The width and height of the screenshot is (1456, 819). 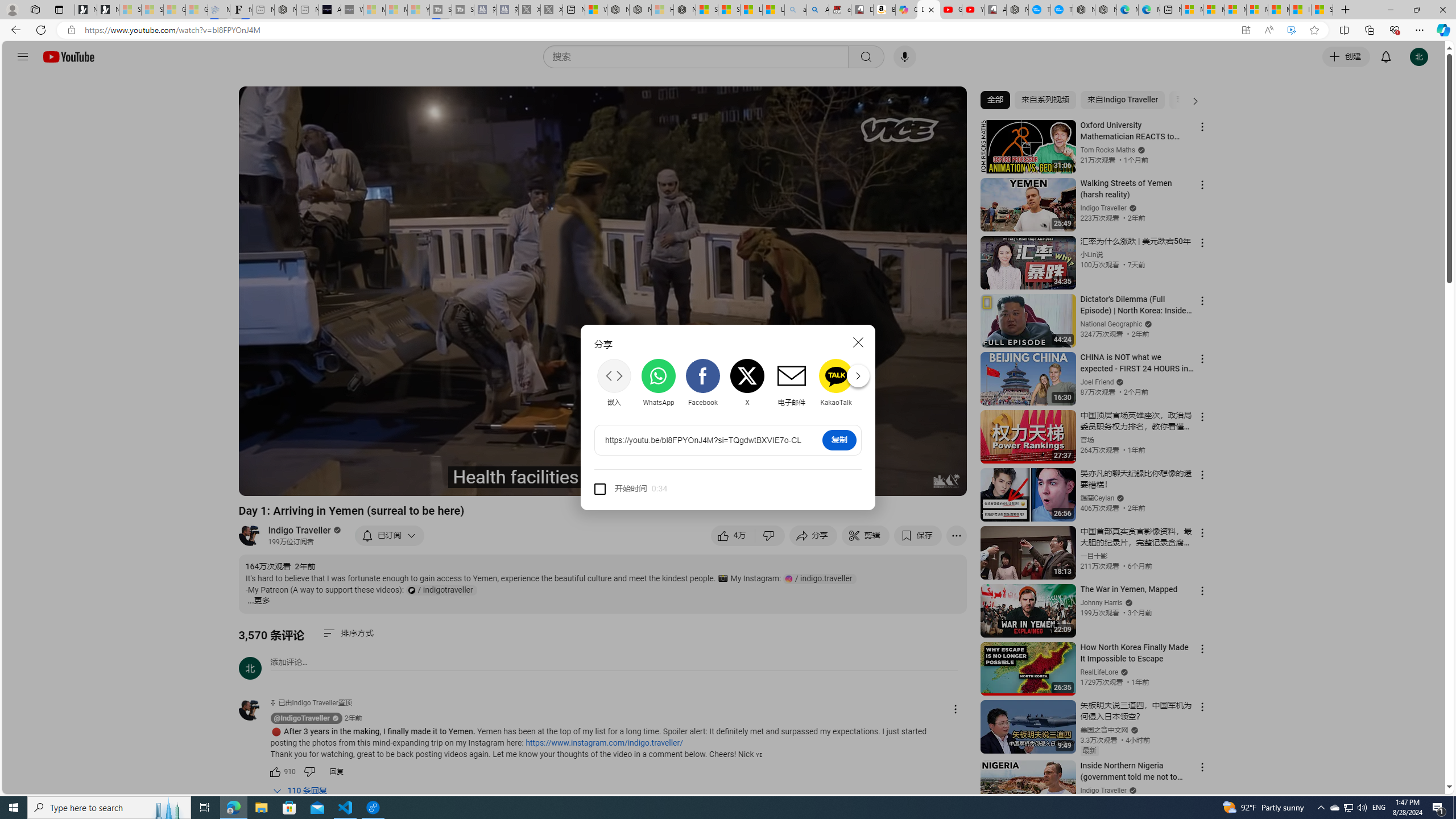 What do you see at coordinates (950, 9) in the screenshot?
I see `'Gloom - YouTube'` at bounding box center [950, 9].